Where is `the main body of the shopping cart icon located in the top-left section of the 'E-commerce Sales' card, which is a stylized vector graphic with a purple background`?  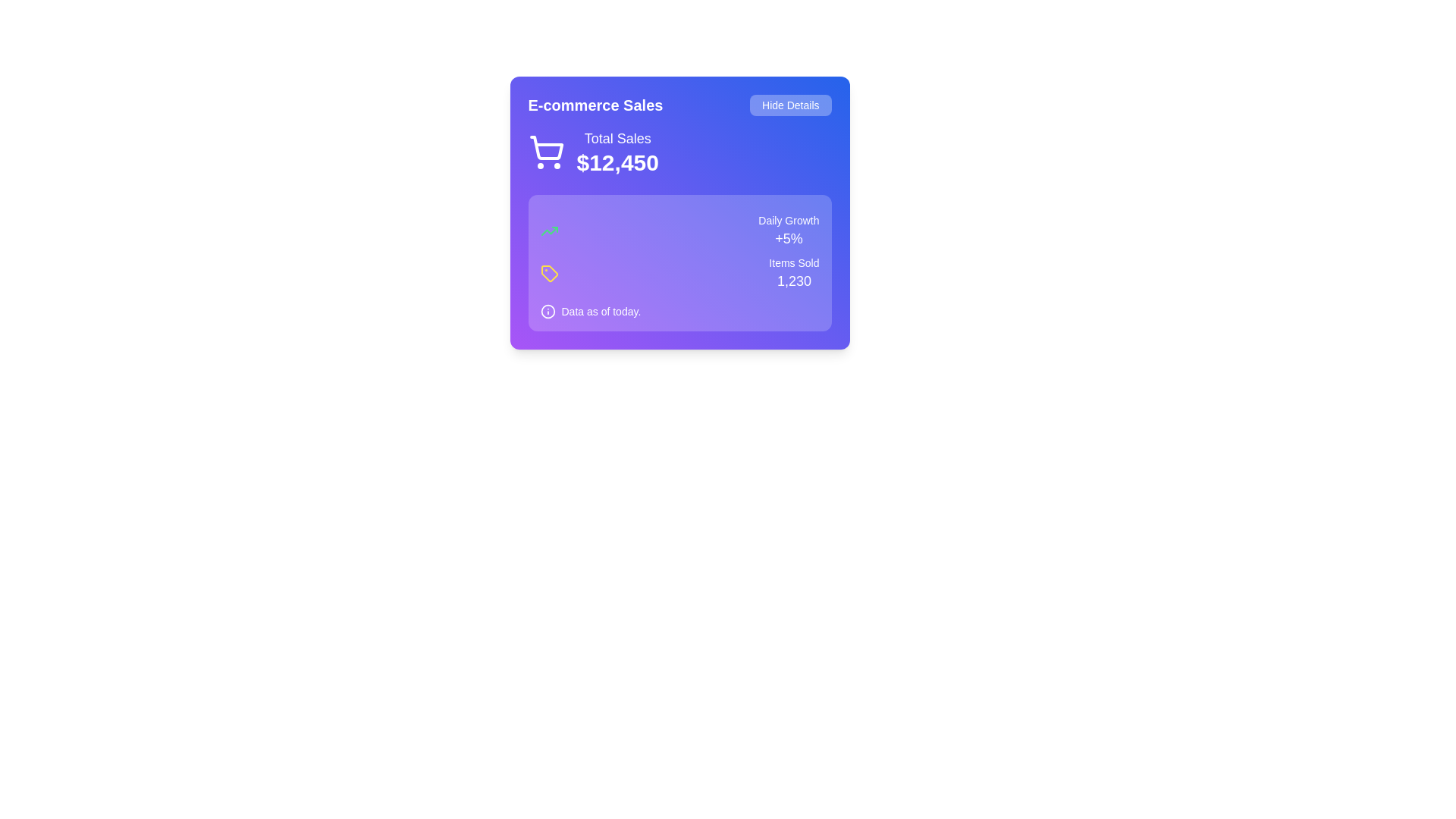
the main body of the shopping cart icon located in the top-left section of the 'E-commerce Sales' card, which is a stylized vector graphic with a purple background is located at coordinates (546, 148).